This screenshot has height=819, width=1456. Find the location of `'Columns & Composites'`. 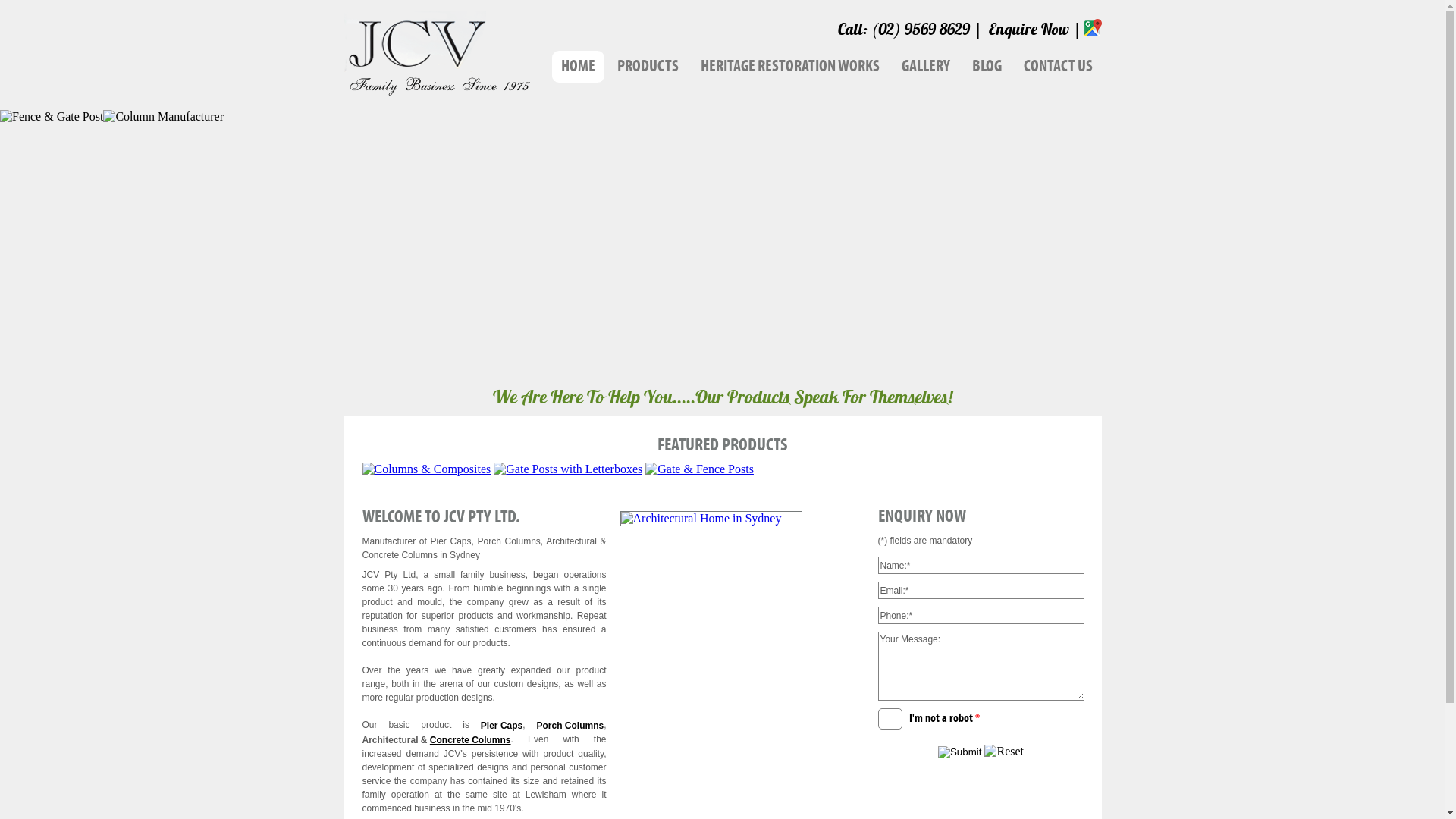

'Columns & Composites' is located at coordinates (362, 468).